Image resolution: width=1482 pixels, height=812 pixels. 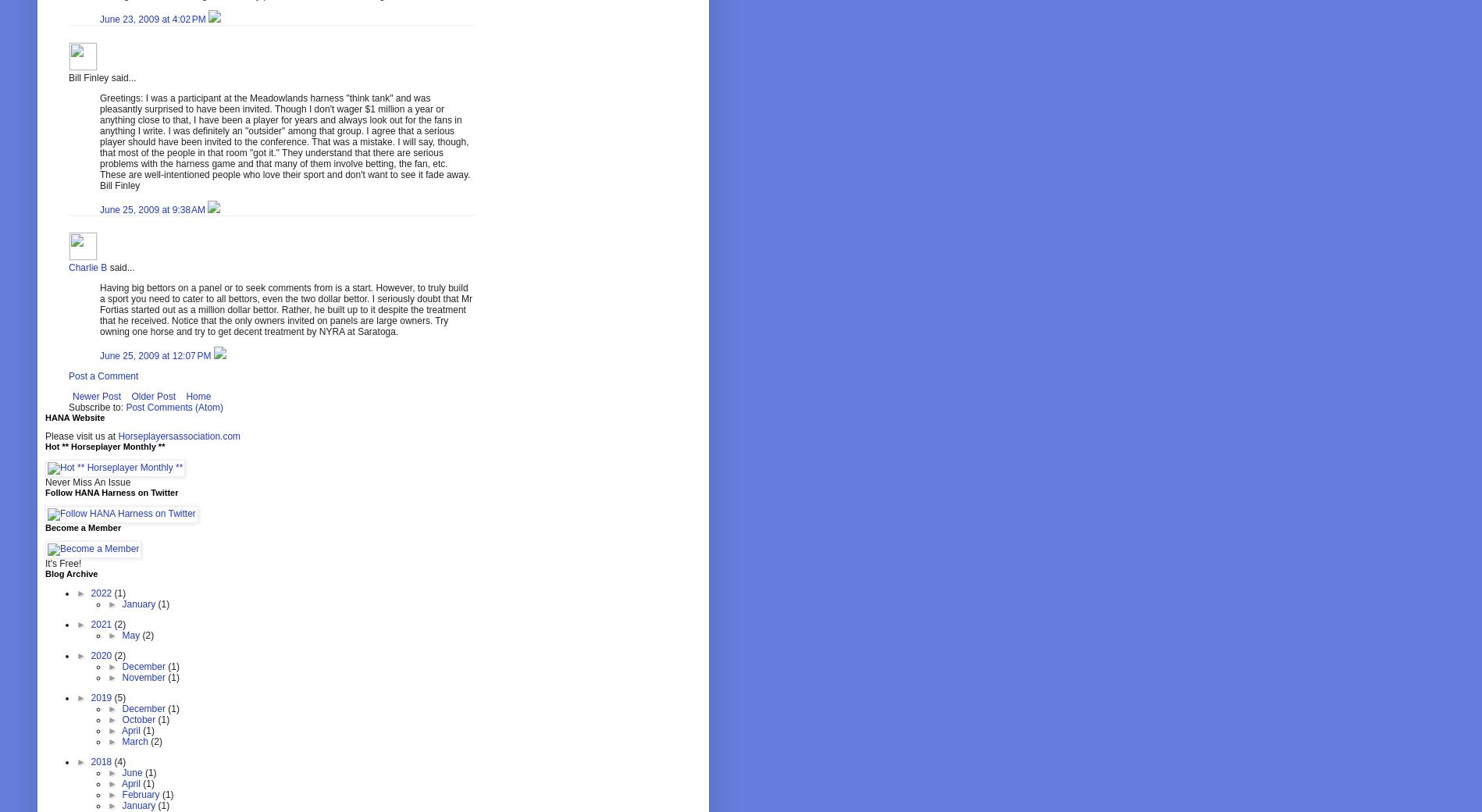 What do you see at coordinates (178, 436) in the screenshot?
I see `'Horseplayersassociation.com'` at bounding box center [178, 436].